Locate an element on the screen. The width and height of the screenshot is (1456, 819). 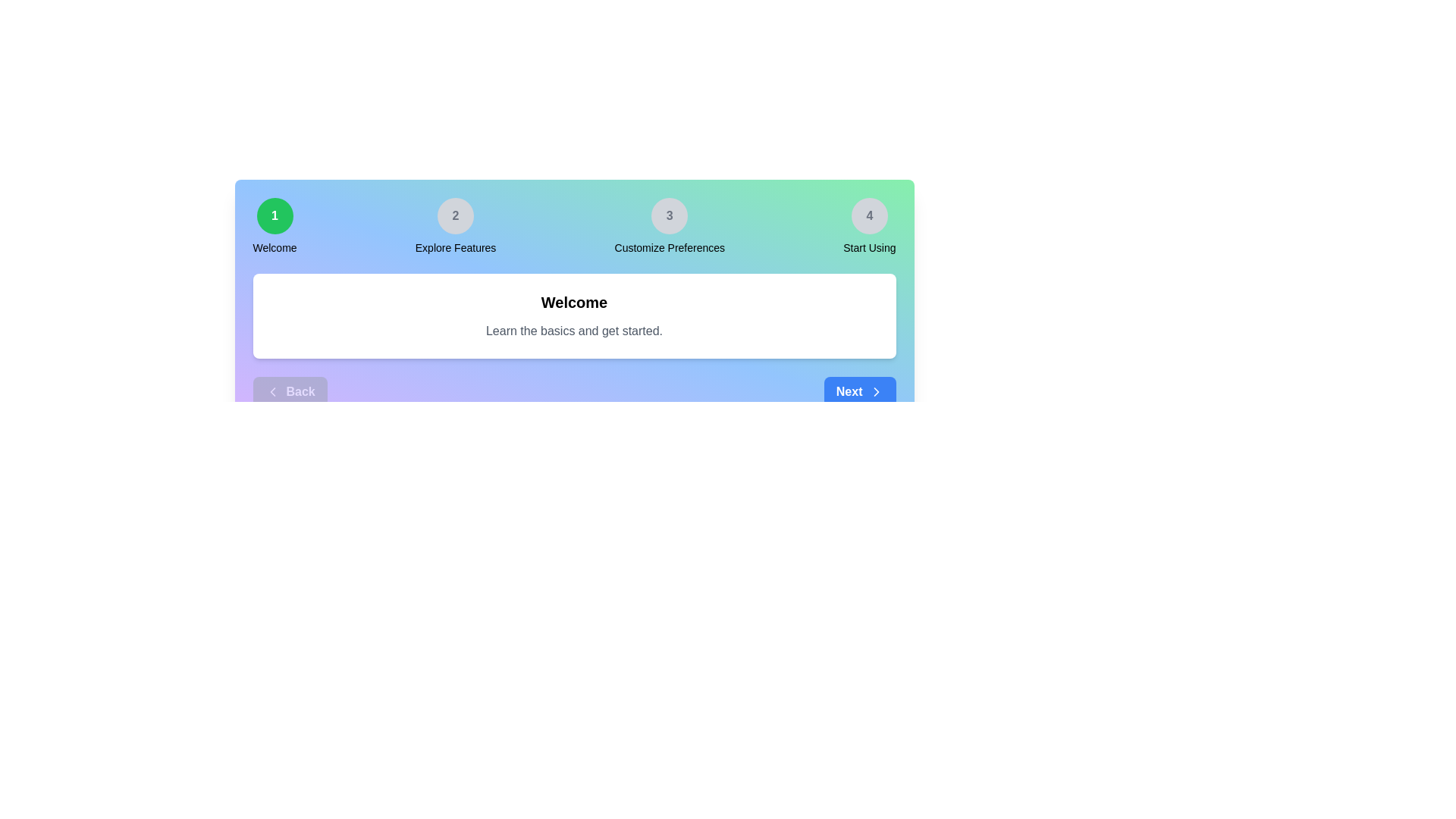
the 'Back' button to navigate to the previous step is located at coordinates (290, 391).